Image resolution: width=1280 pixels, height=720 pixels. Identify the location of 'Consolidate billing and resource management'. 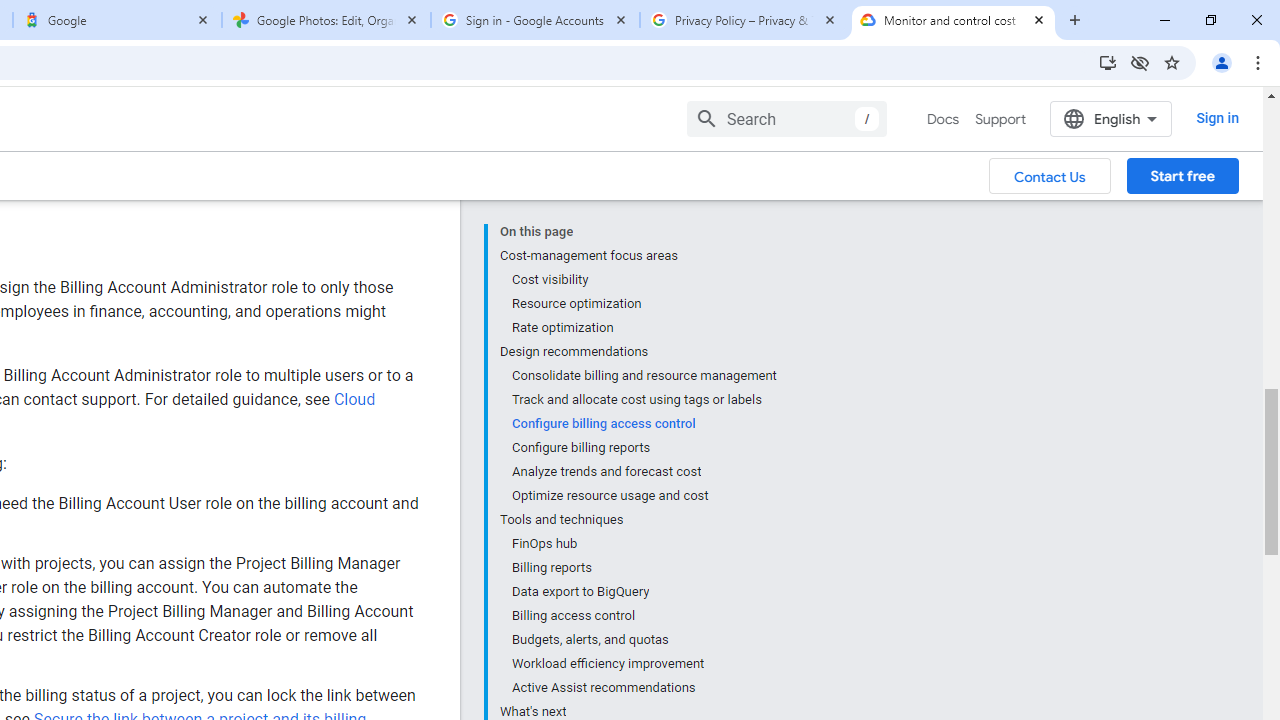
(643, 376).